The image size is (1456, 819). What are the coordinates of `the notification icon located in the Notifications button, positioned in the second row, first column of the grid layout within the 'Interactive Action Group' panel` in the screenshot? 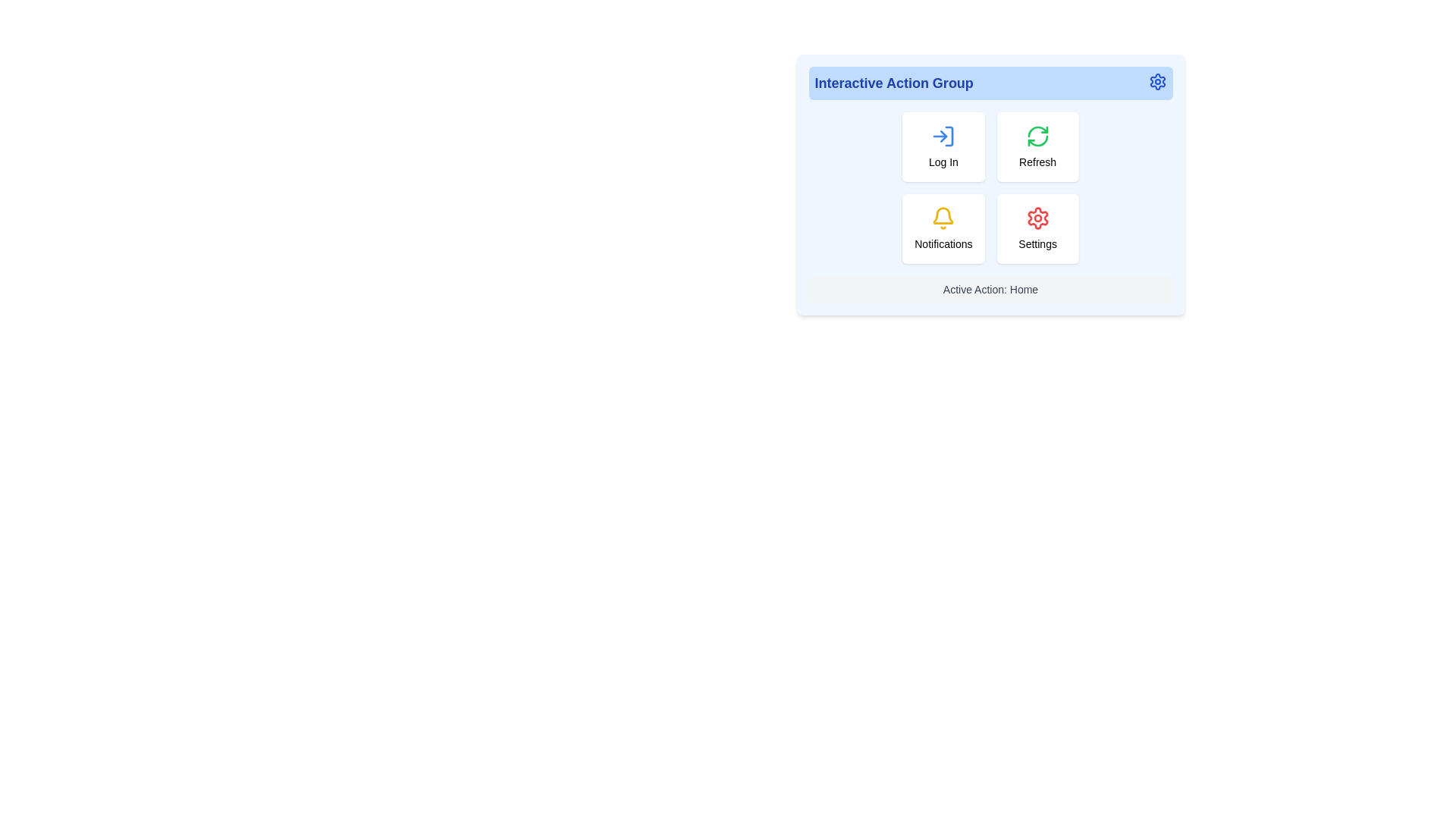 It's located at (943, 215).